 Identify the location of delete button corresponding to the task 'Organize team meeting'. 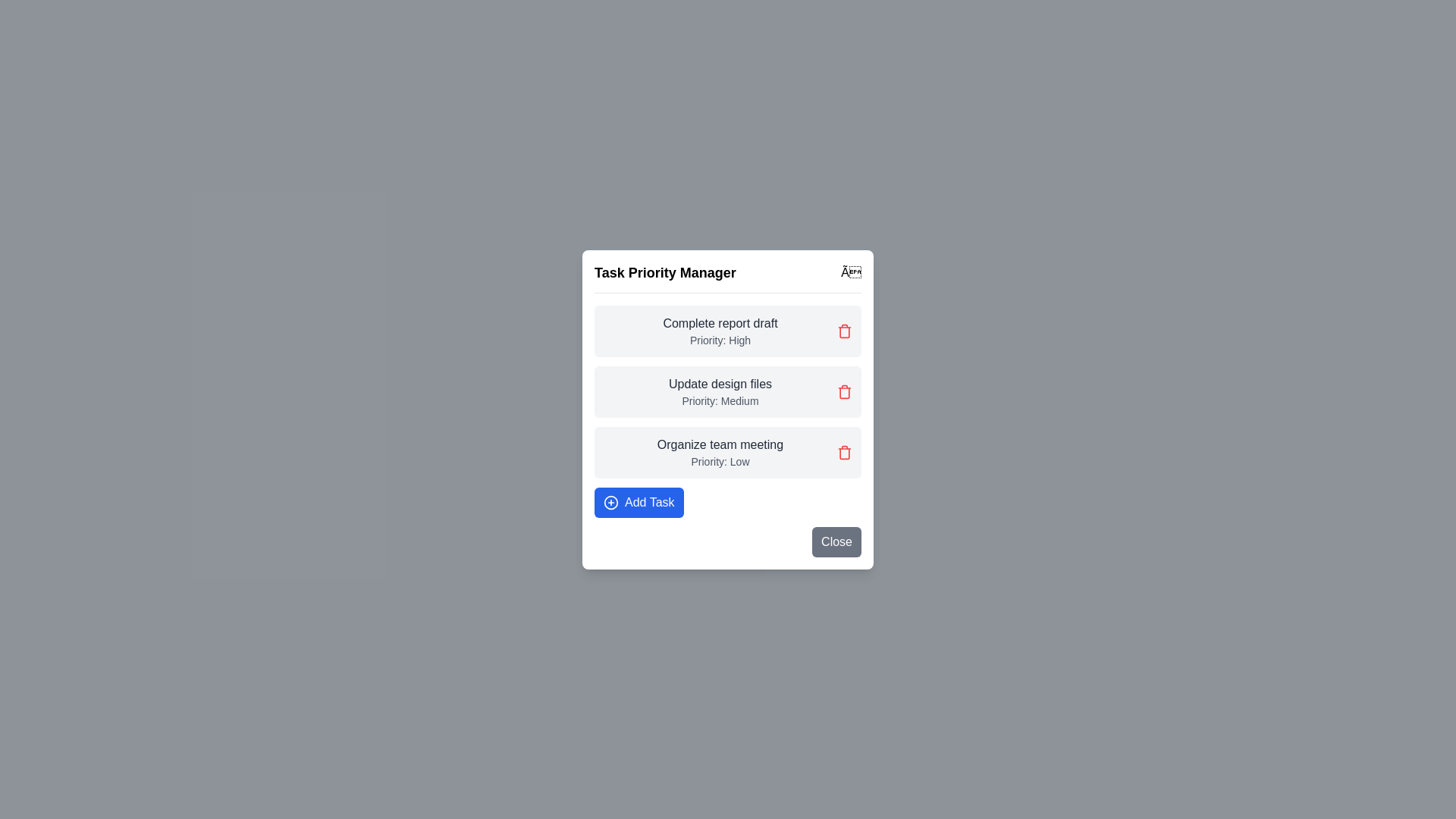
(843, 451).